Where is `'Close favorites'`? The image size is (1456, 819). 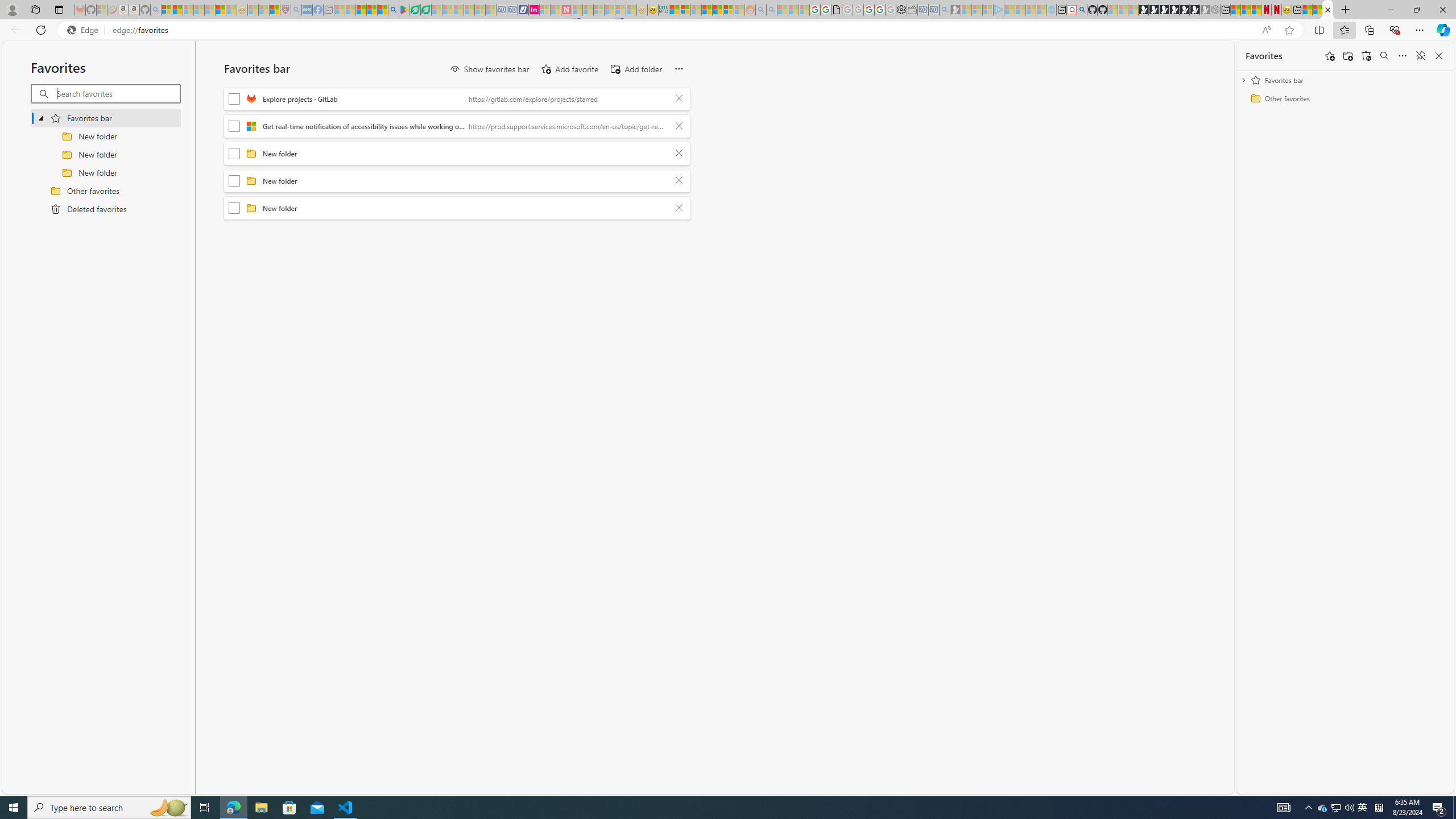
'Close favorites' is located at coordinates (1439, 55).